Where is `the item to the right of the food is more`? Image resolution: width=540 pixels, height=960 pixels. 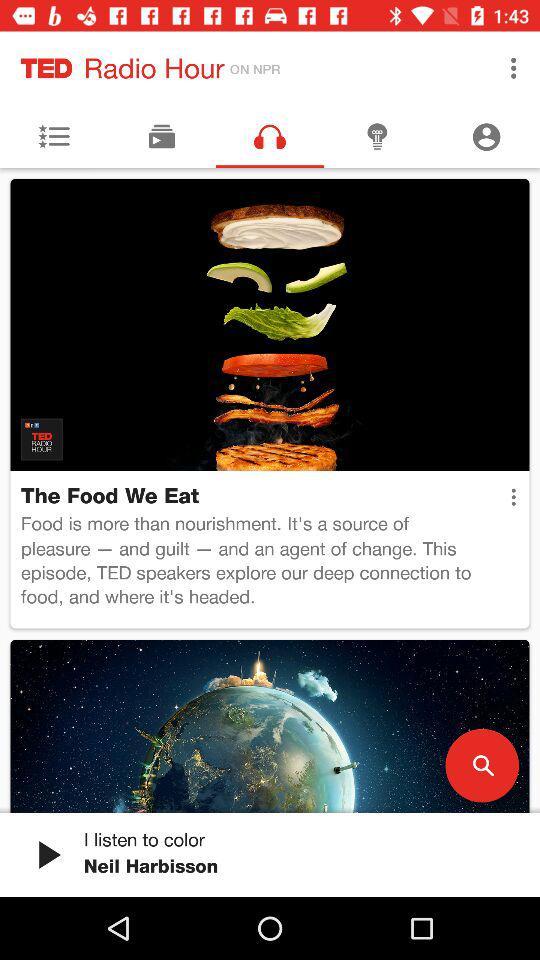
the item to the right of the food is more is located at coordinates (513, 496).